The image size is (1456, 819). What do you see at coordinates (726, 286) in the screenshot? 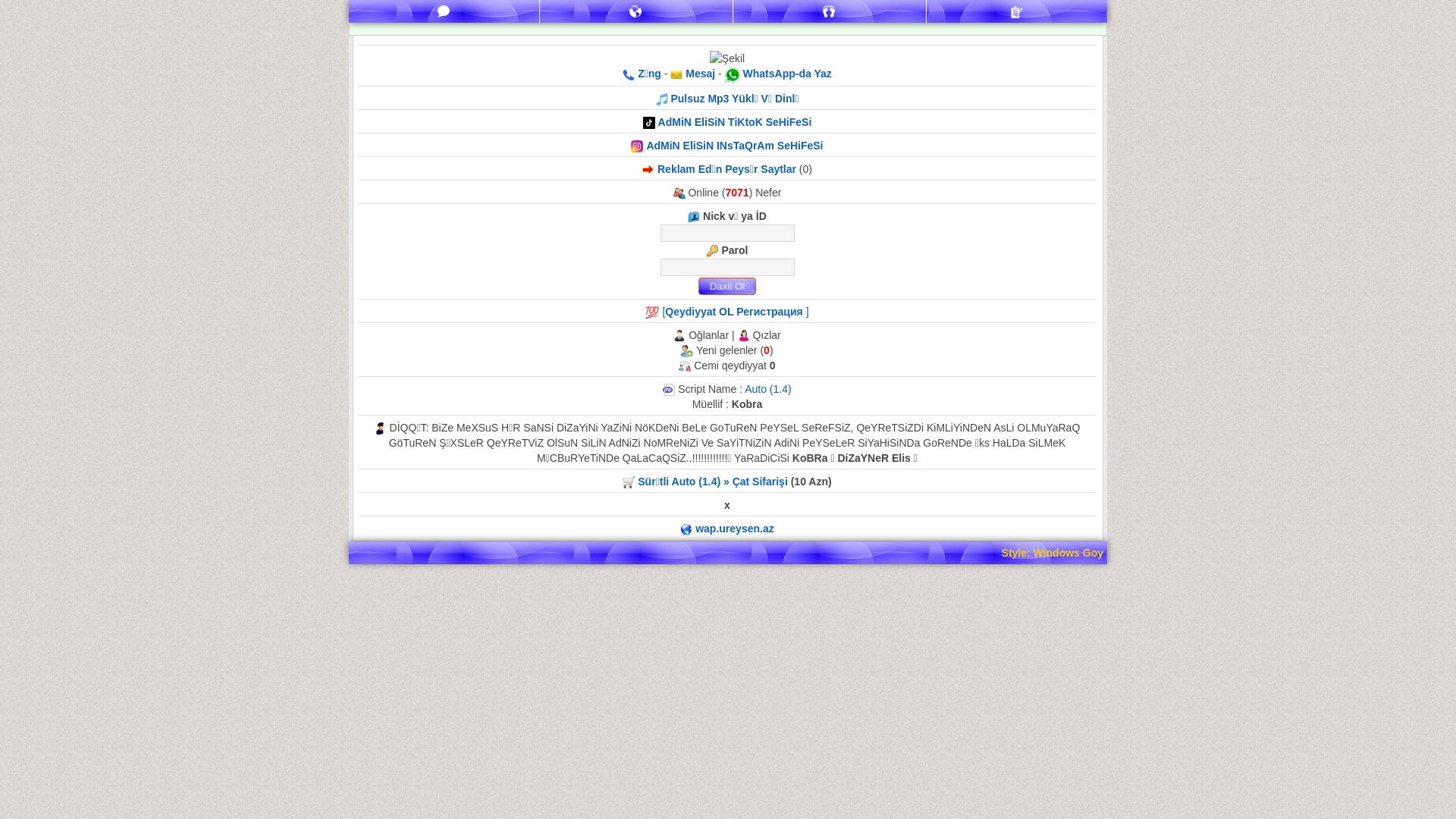
I see `'Daxil Ol'` at bounding box center [726, 286].